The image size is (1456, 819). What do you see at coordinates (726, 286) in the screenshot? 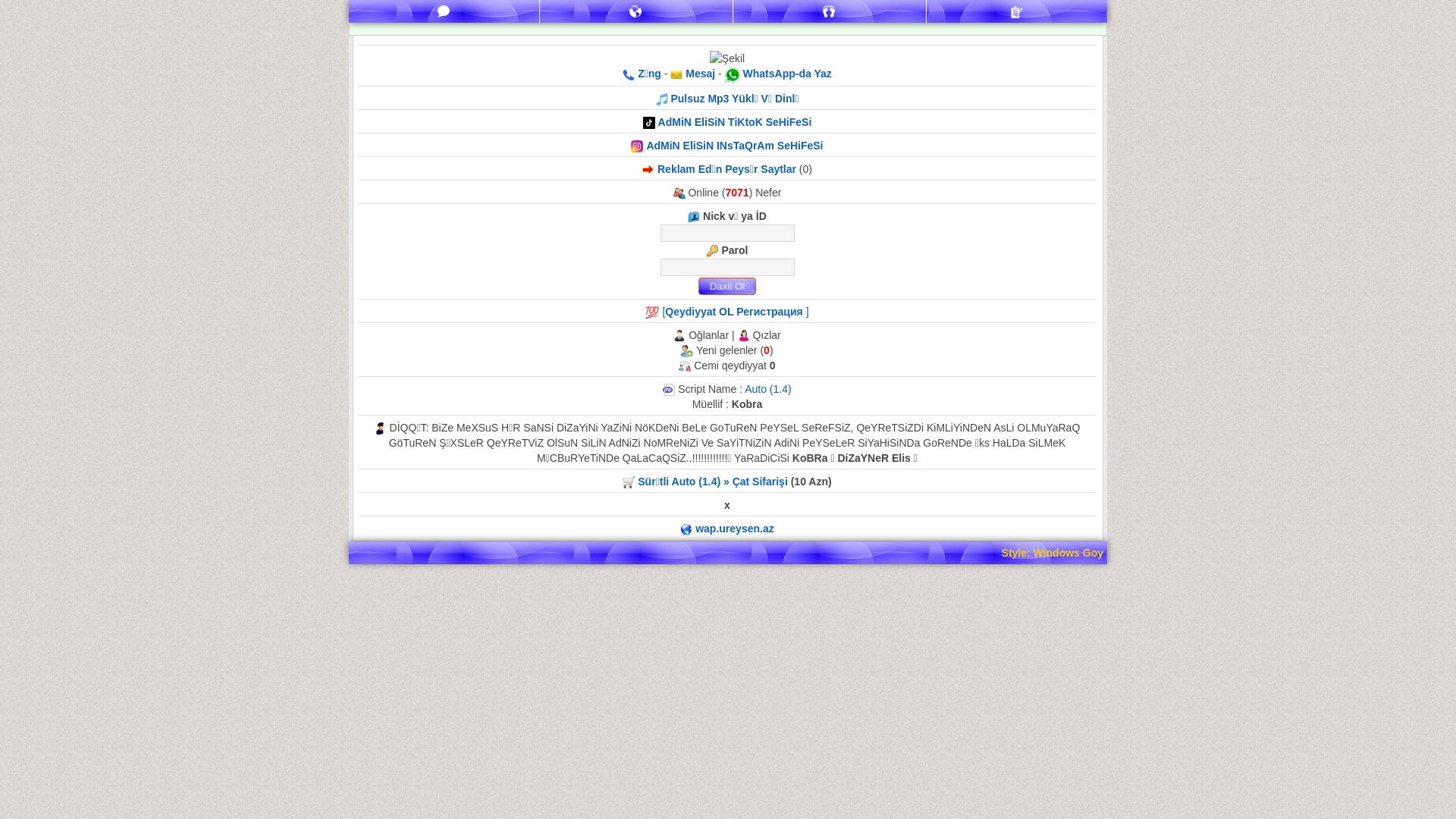
I see `'Daxil Ol'` at bounding box center [726, 286].